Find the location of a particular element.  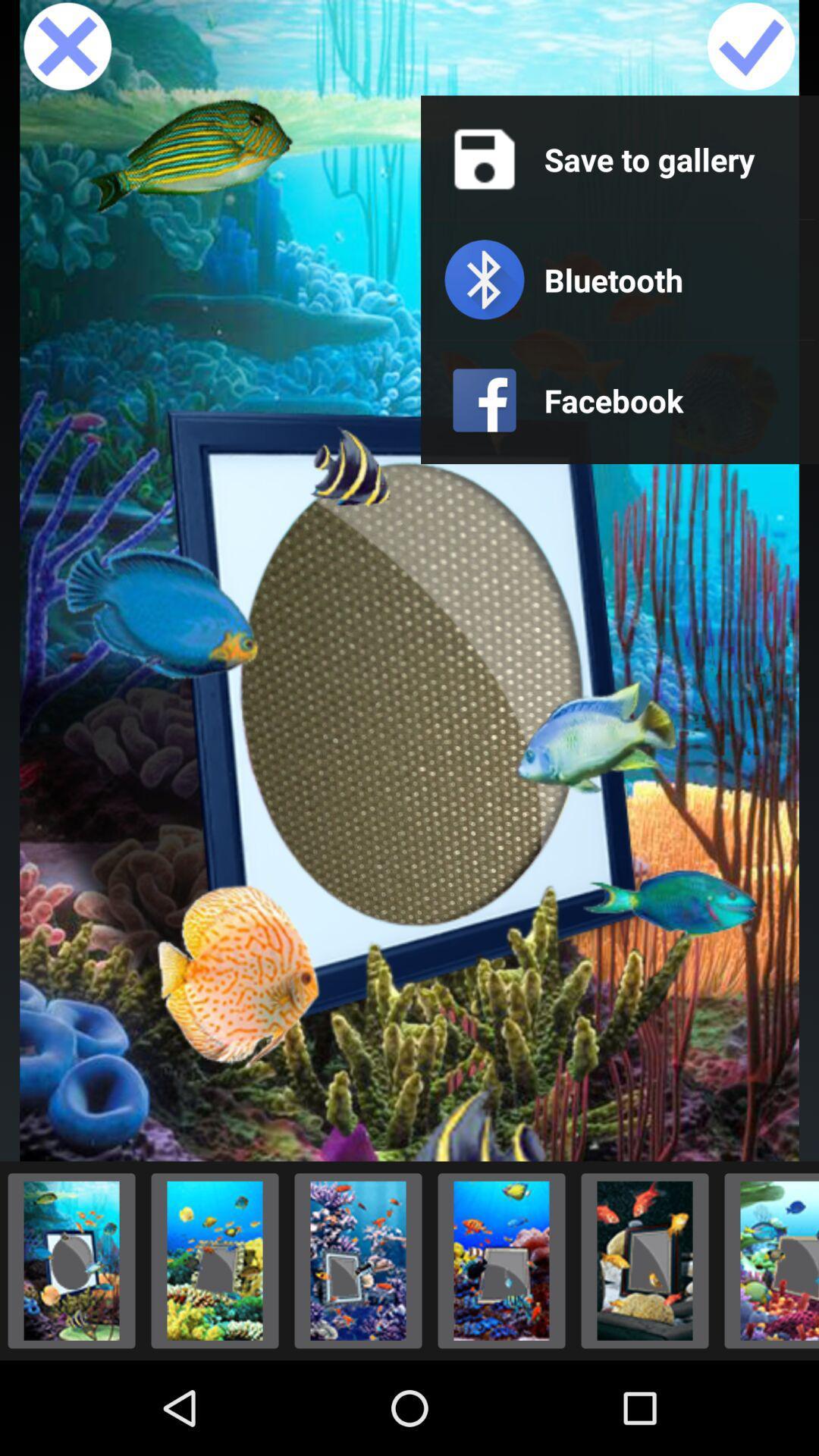

wallpaper is located at coordinates (751, 47).